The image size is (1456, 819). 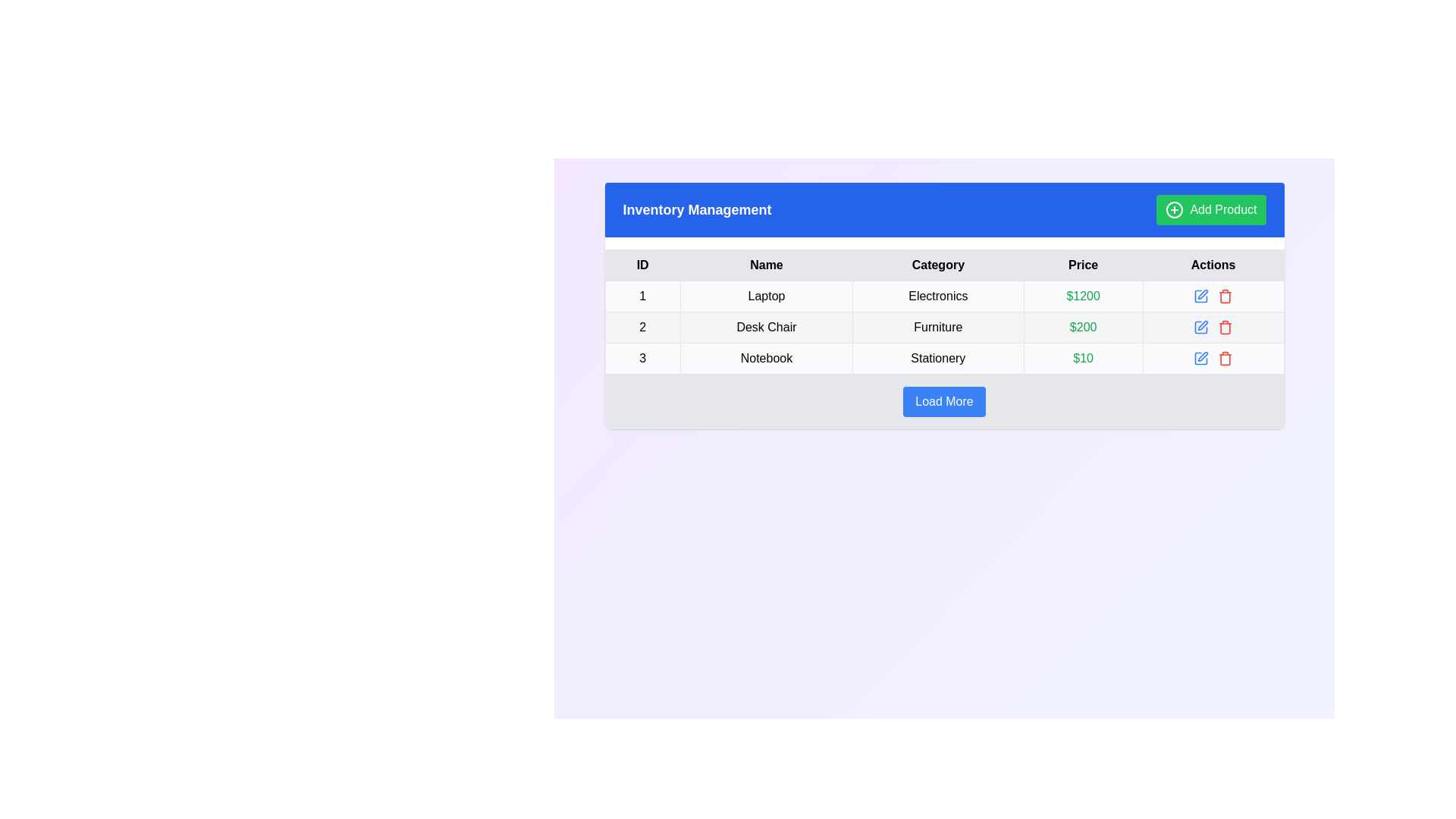 What do you see at coordinates (1225, 297) in the screenshot?
I see `the trash icon in the last row of the Actions column for keyboard interaction` at bounding box center [1225, 297].